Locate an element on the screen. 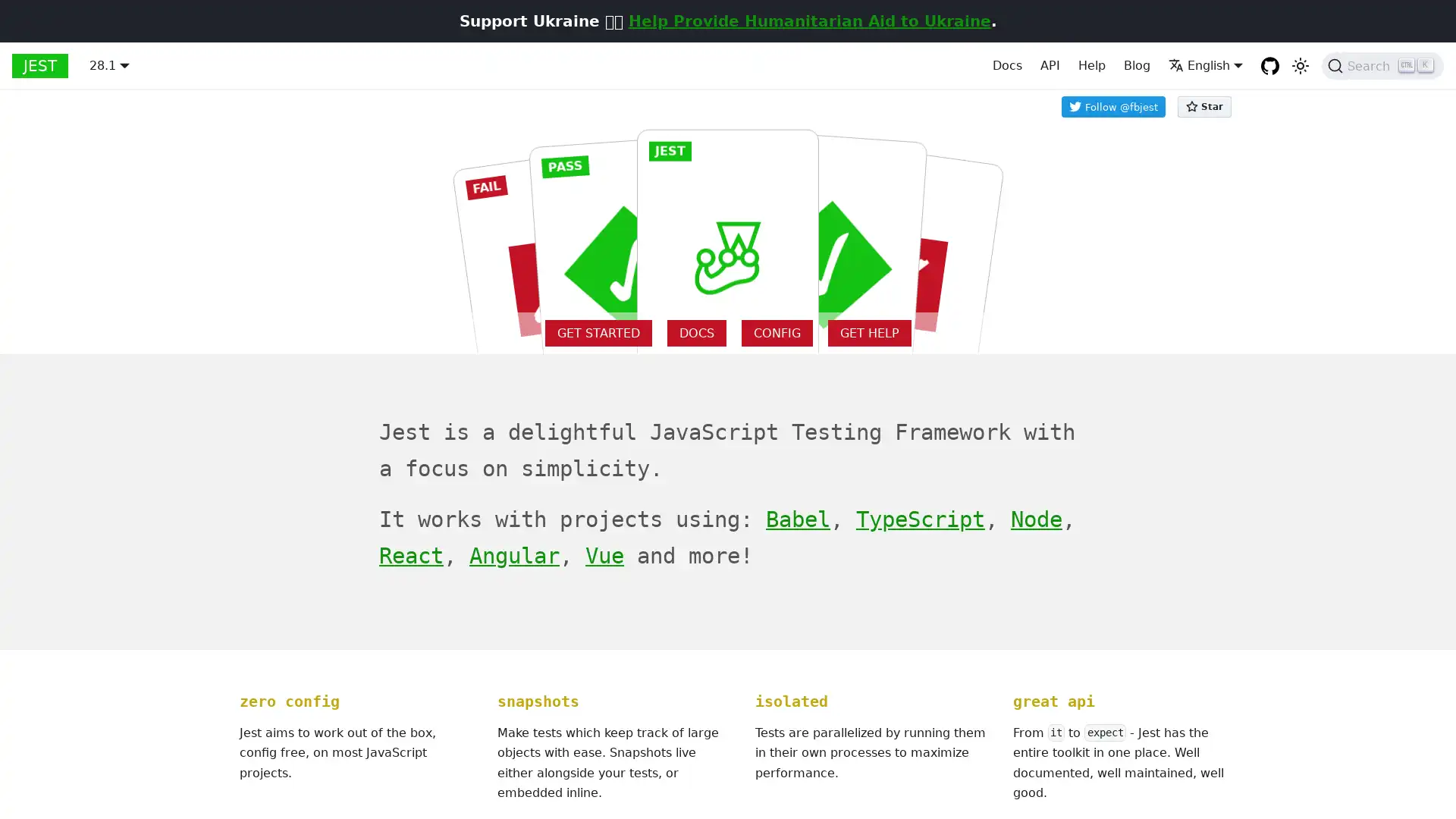  Switch between dark and light mode (currently light mode) is located at coordinates (1299, 65).